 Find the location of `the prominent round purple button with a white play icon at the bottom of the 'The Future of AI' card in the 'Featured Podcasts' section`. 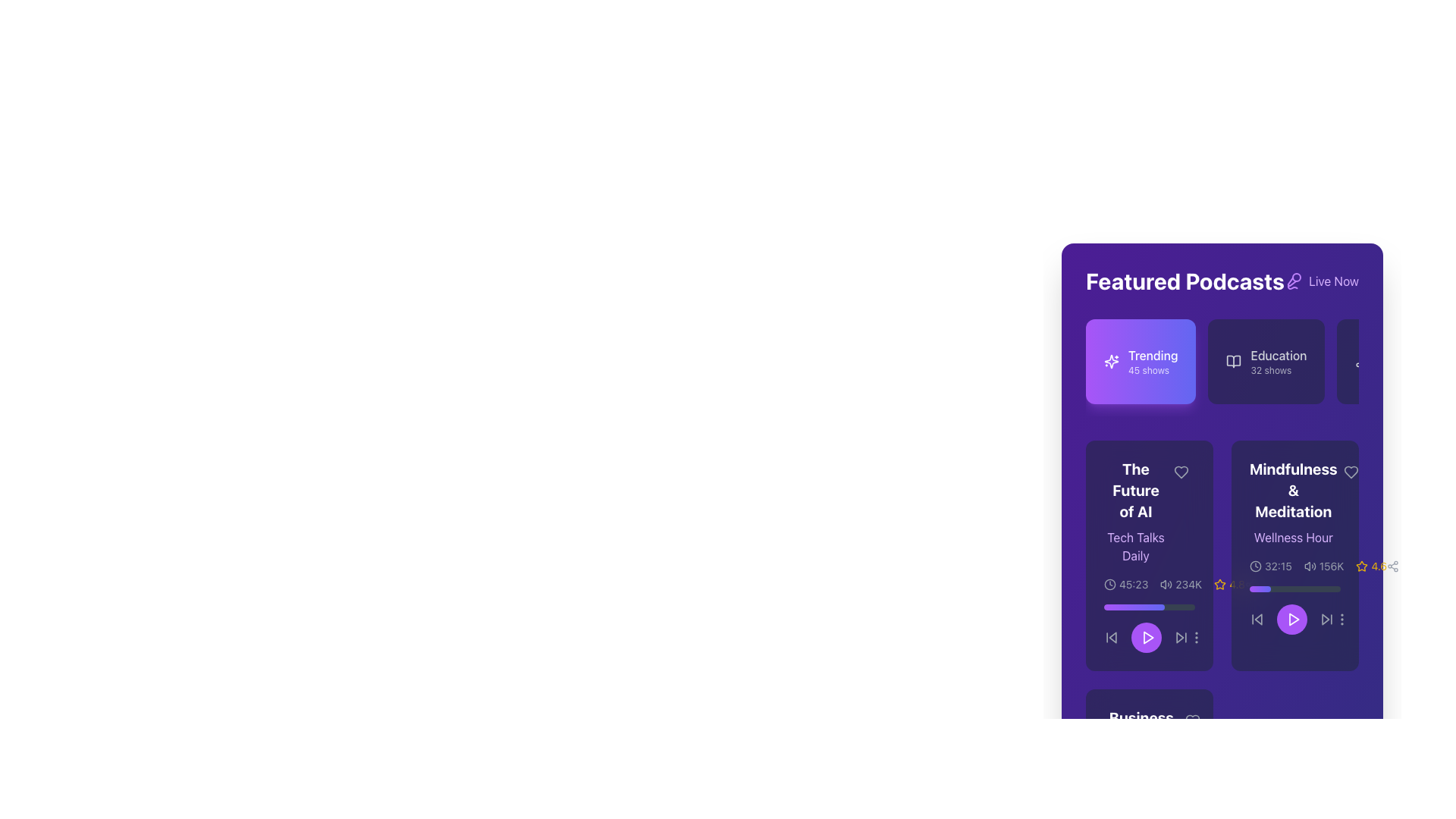

the prominent round purple button with a white play icon at the bottom of the 'The Future of AI' card in the 'Featured Podcasts' section is located at coordinates (1147, 637).